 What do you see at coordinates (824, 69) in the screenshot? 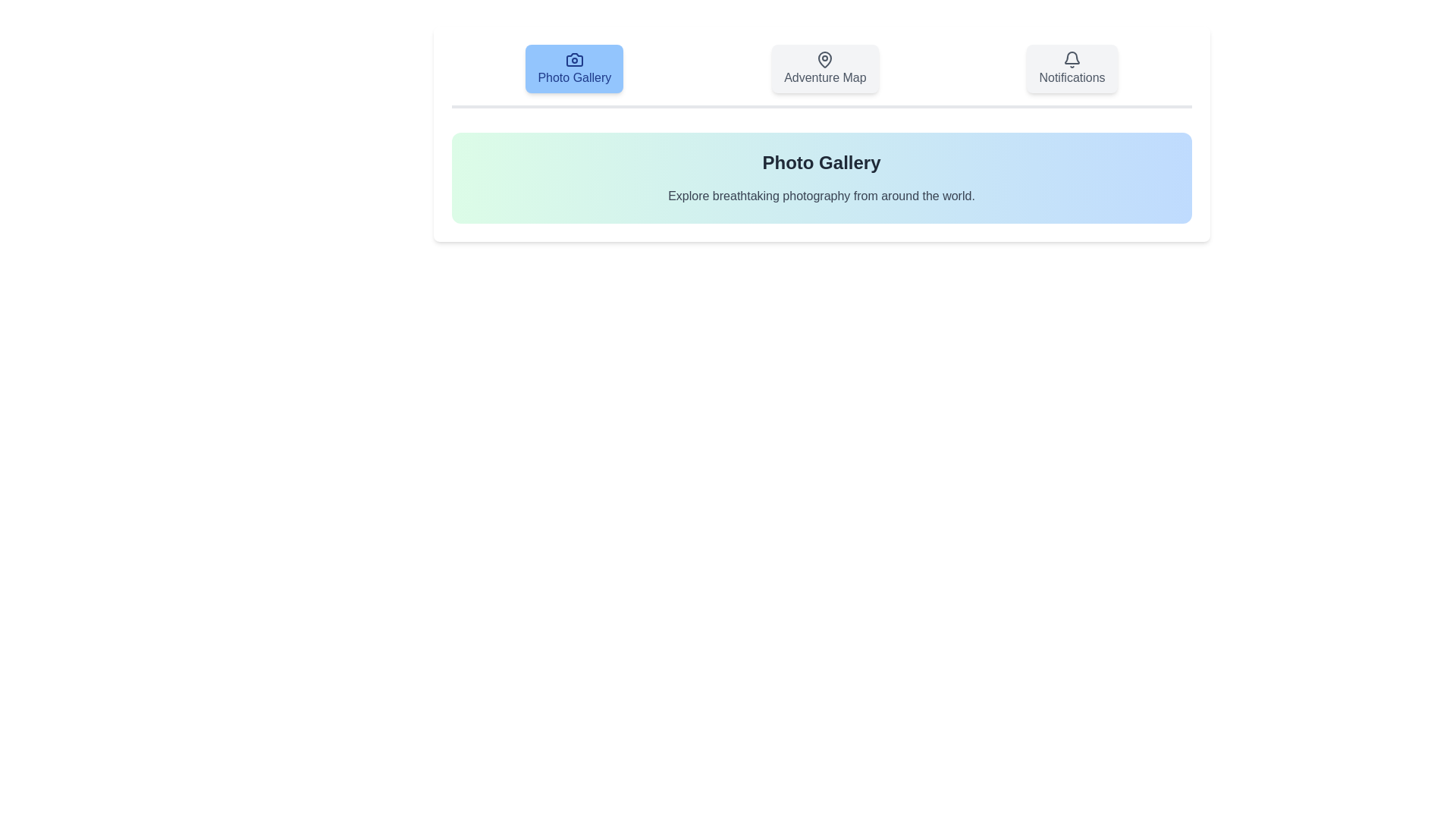
I see `the tab labeled Adventure Map` at bounding box center [824, 69].